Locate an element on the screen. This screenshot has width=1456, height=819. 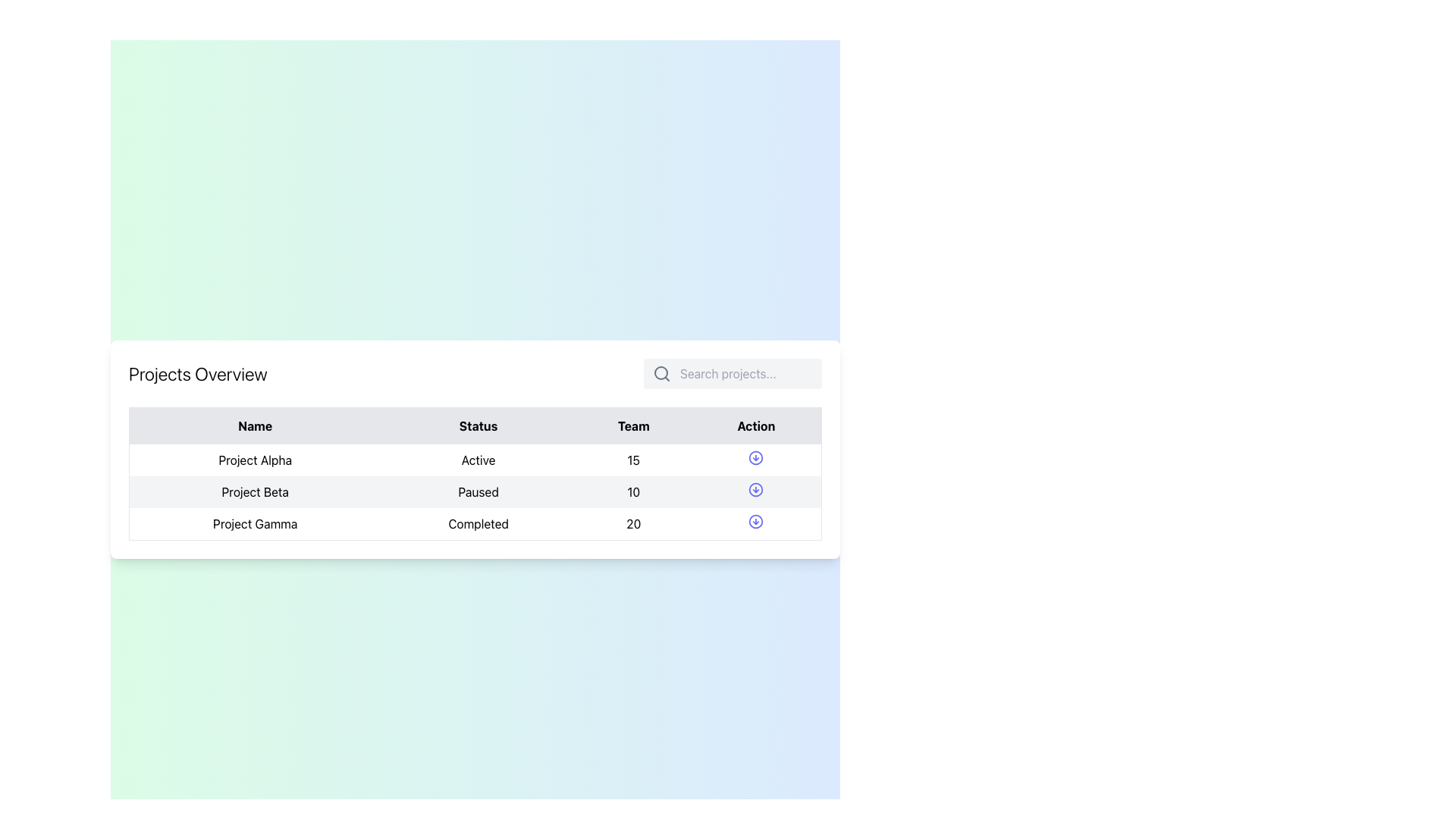
the circular blue button with a downward arrow located in the 'Action' column for 'Project Beta', which is the second button from the top is located at coordinates (756, 489).